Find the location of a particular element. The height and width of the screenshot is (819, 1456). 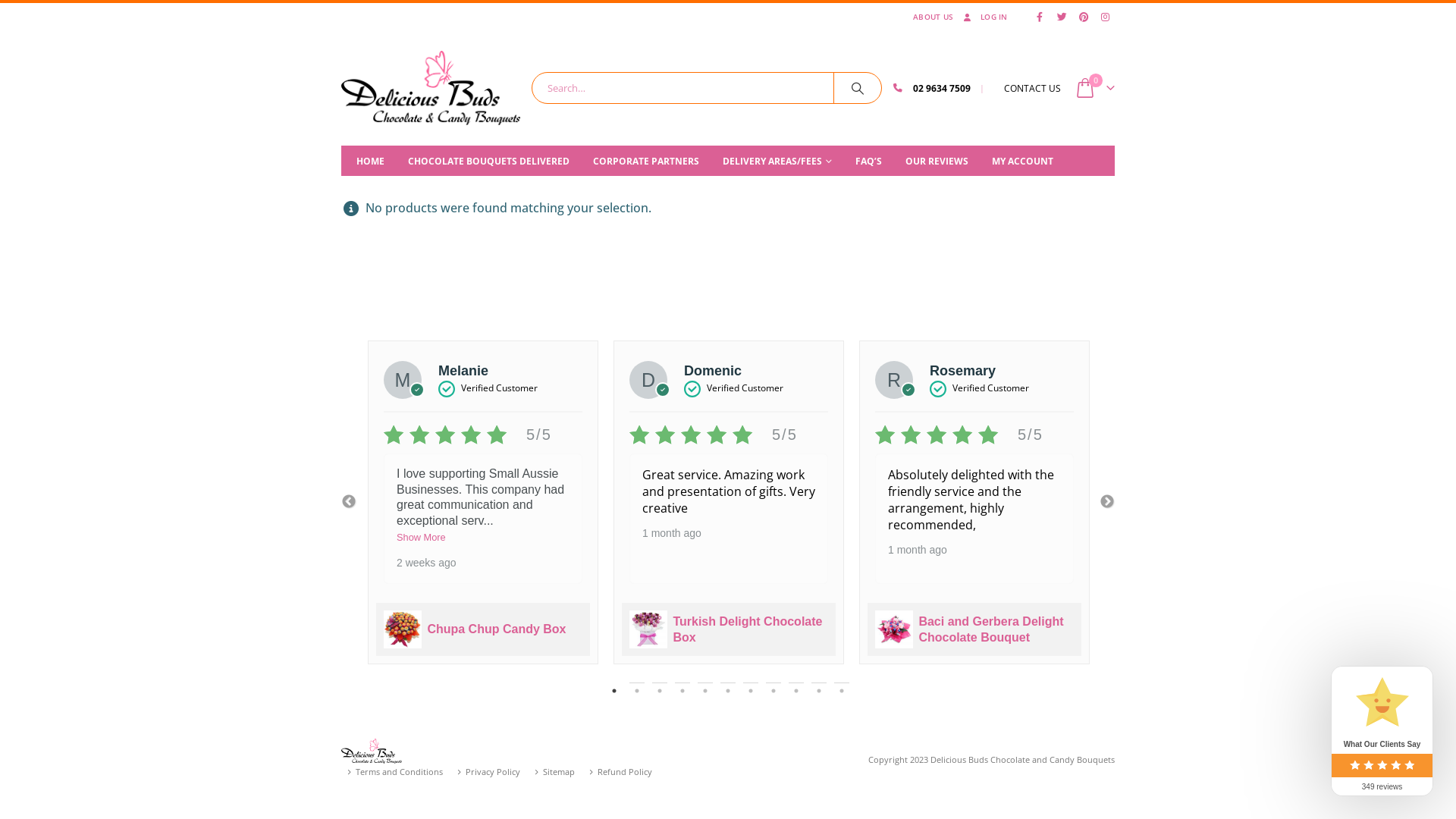

'ABOUT US' is located at coordinates (909, 17).